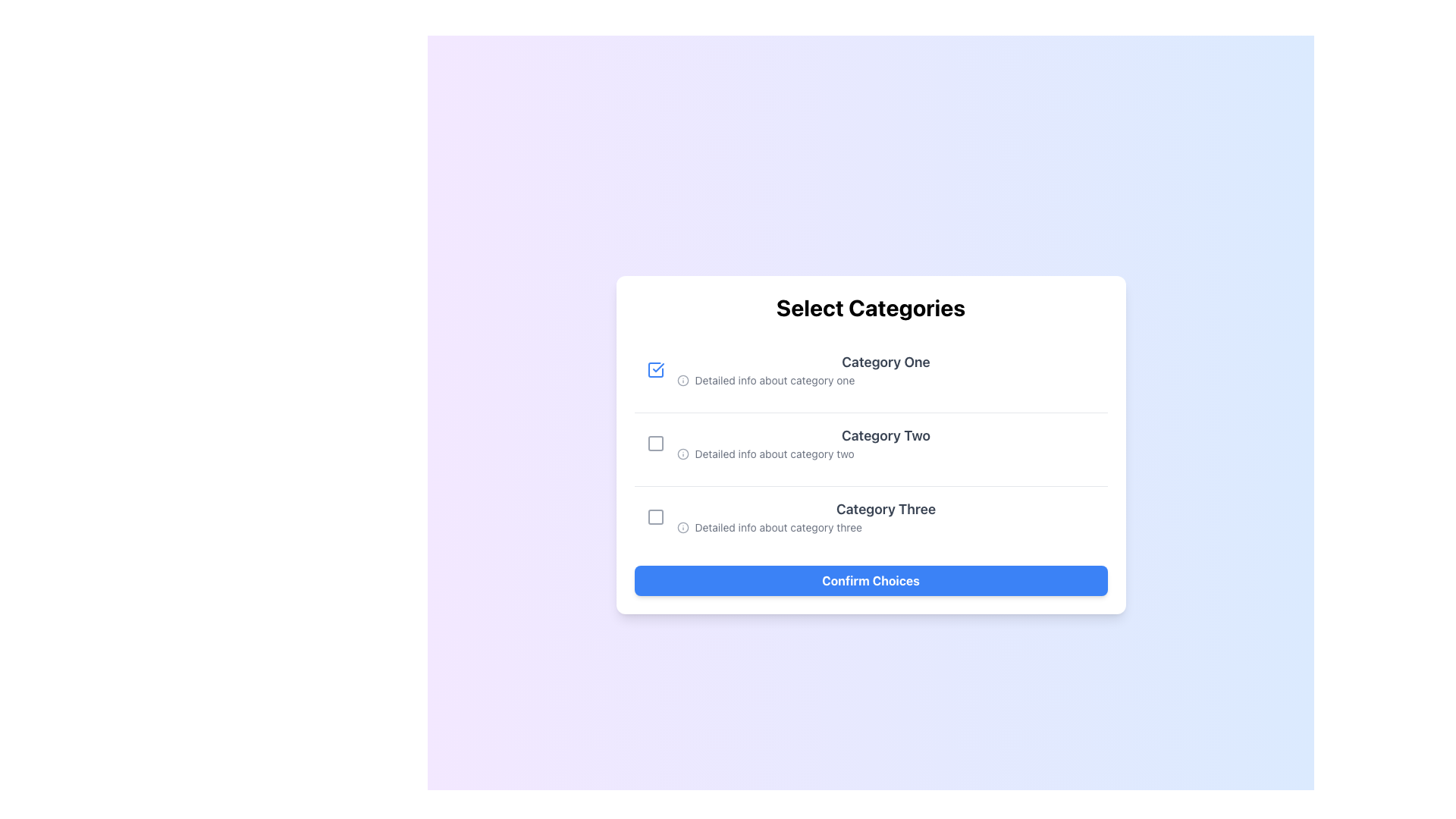  Describe the element at coordinates (655, 370) in the screenshot. I see `the checkbox for 'Category One'` at that location.